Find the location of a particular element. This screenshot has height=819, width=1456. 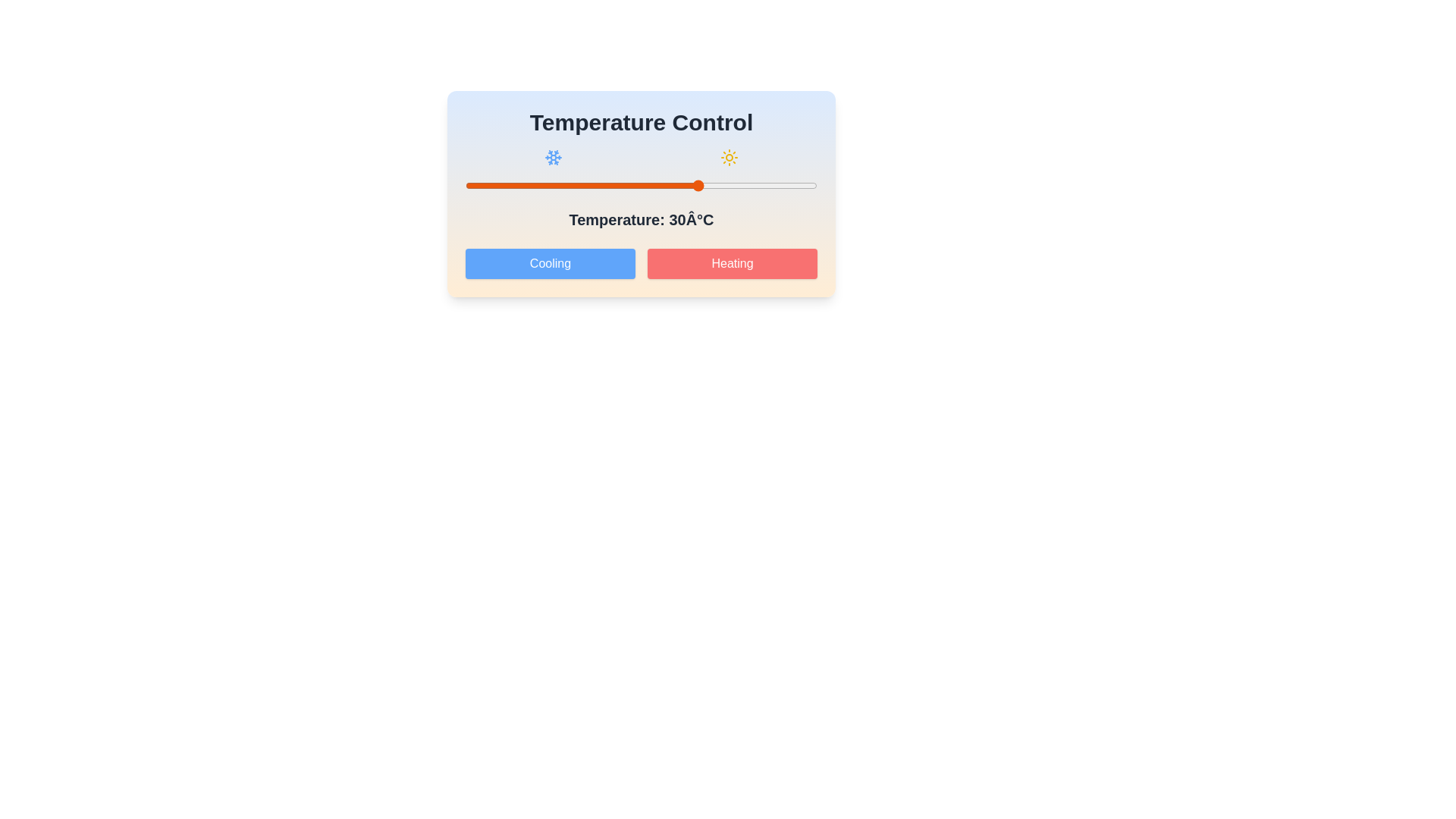

the 'Heating' button is located at coordinates (732, 262).